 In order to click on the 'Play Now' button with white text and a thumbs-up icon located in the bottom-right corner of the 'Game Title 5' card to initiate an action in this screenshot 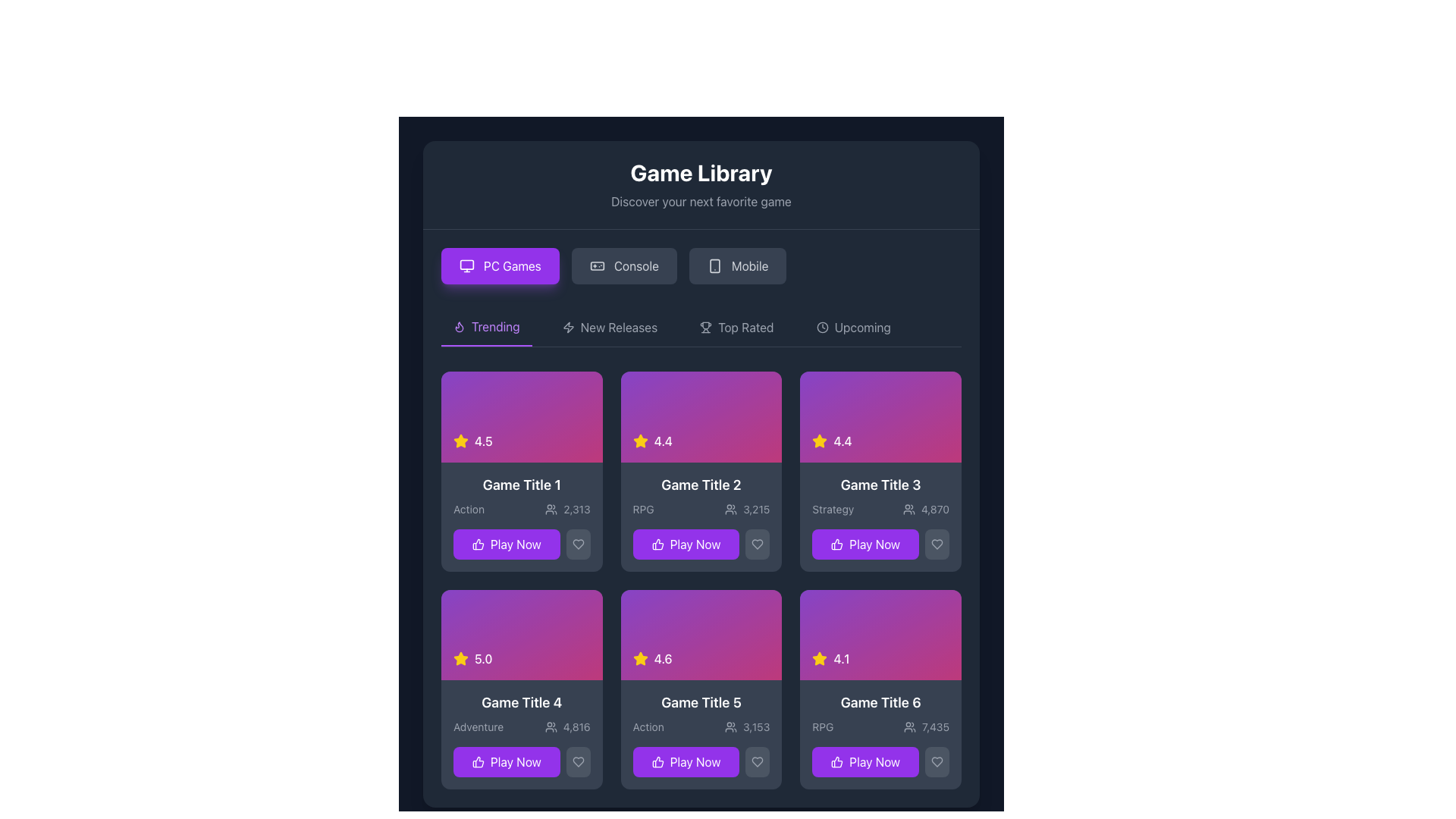, I will do `click(685, 762)`.